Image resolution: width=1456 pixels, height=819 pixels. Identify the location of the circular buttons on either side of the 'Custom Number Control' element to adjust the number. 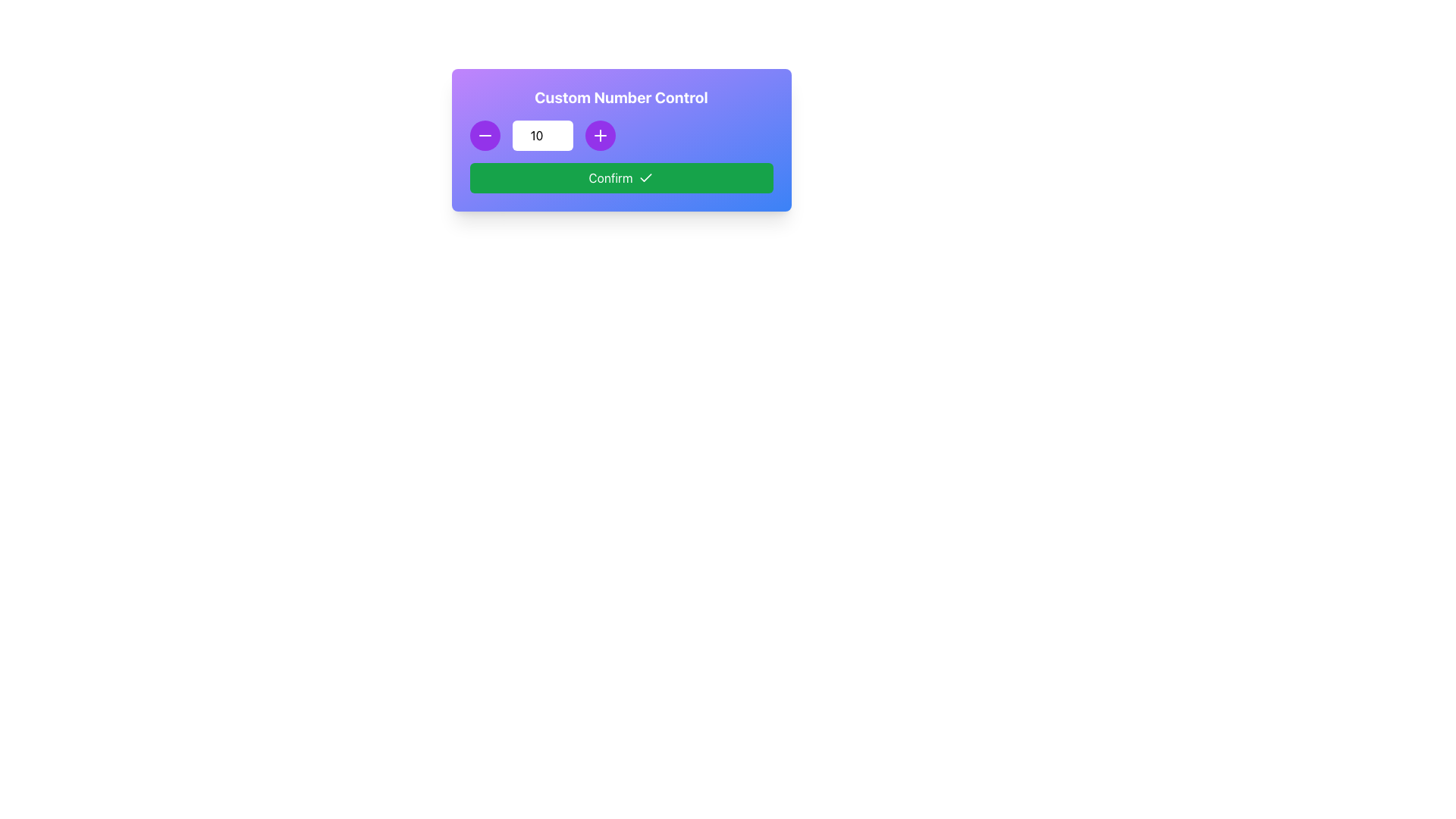
(621, 140).